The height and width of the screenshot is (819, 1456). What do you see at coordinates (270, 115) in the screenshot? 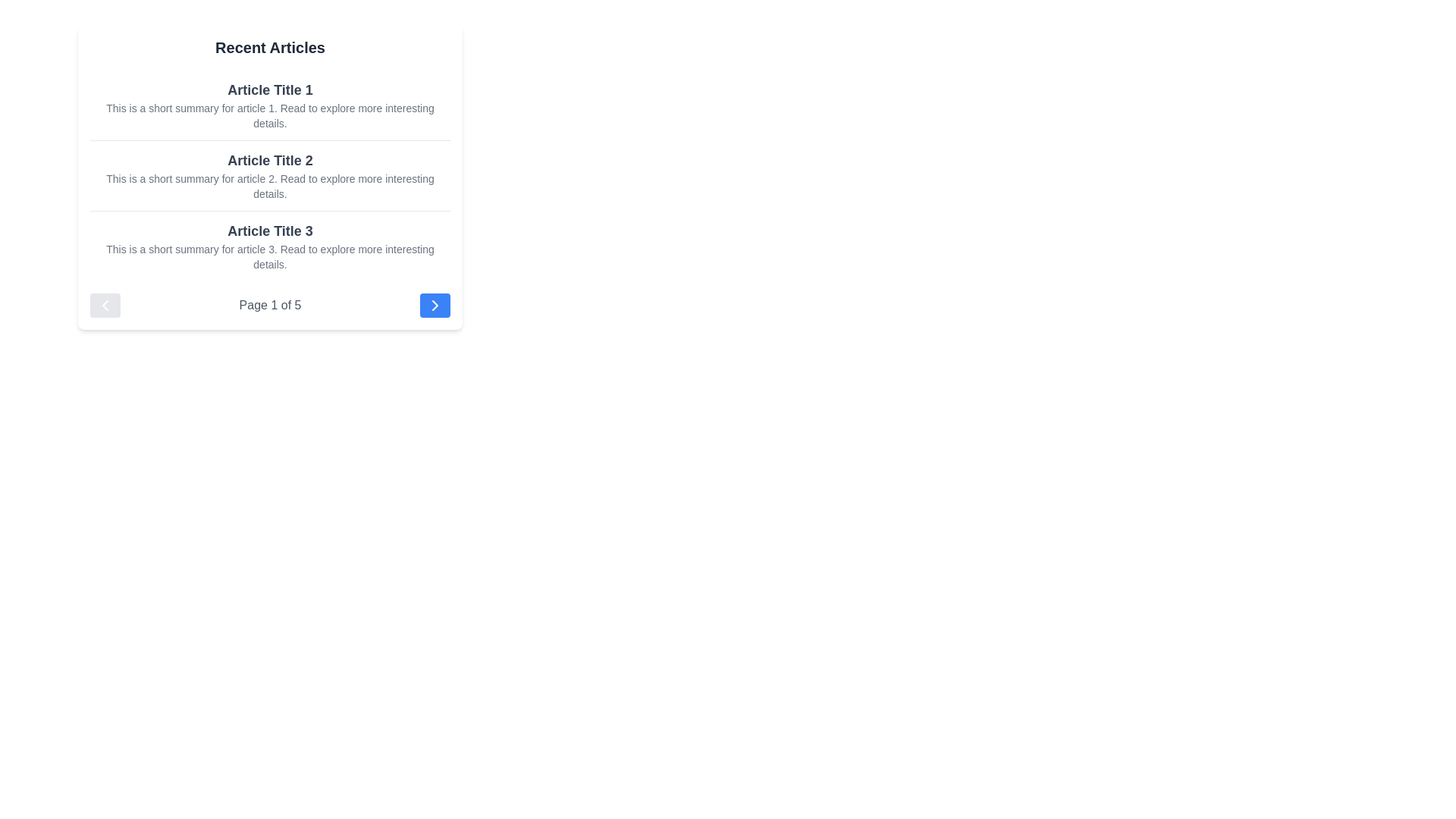
I see `the summary text block located below 'Article Title 1' in small, gray-colored font, which is the first summary in the list of articles` at bounding box center [270, 115].